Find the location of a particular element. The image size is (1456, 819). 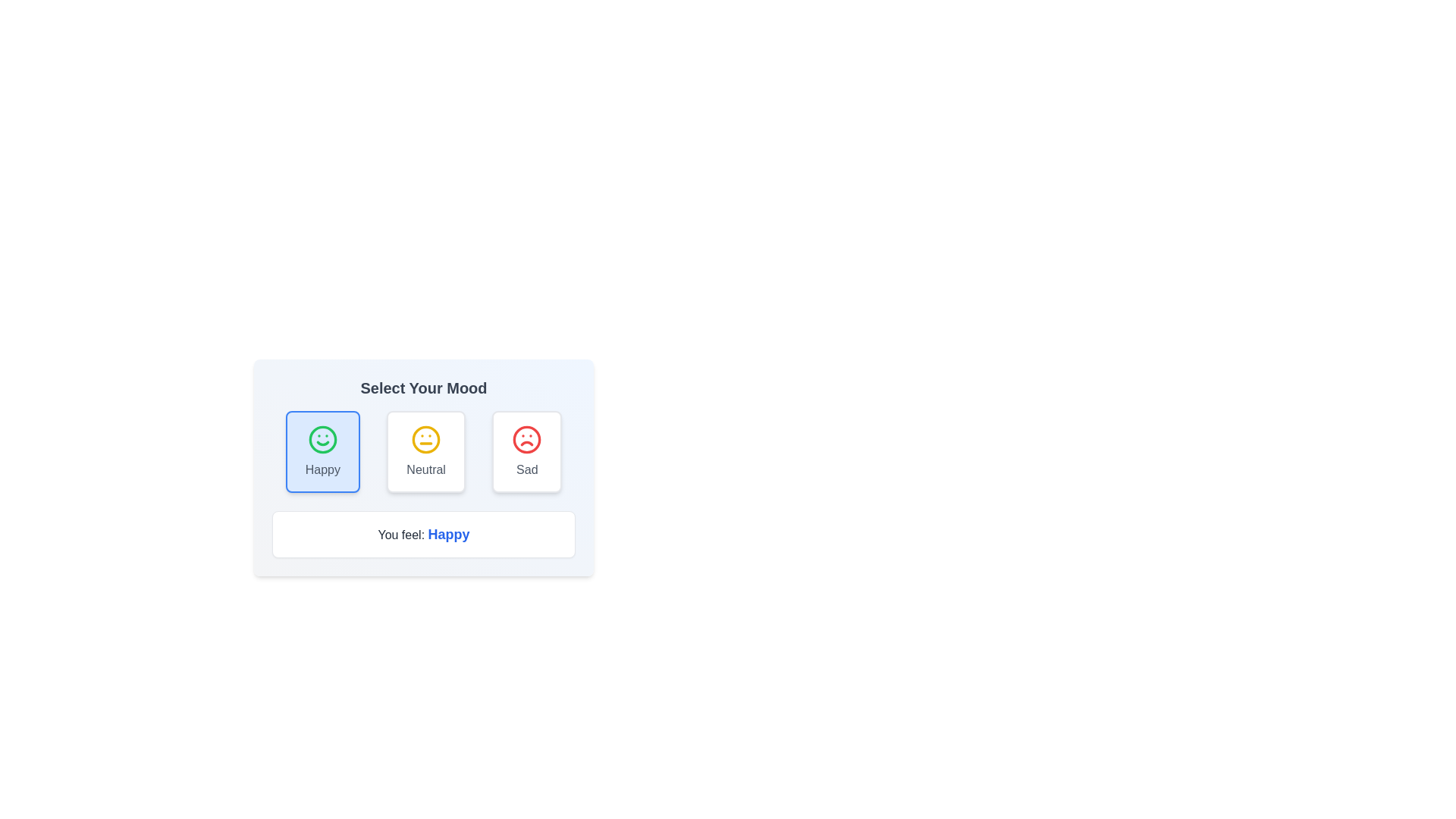

the selectable mood option labeled 'Neutral' for accessibility navigation is located at coordinates (425, 451).